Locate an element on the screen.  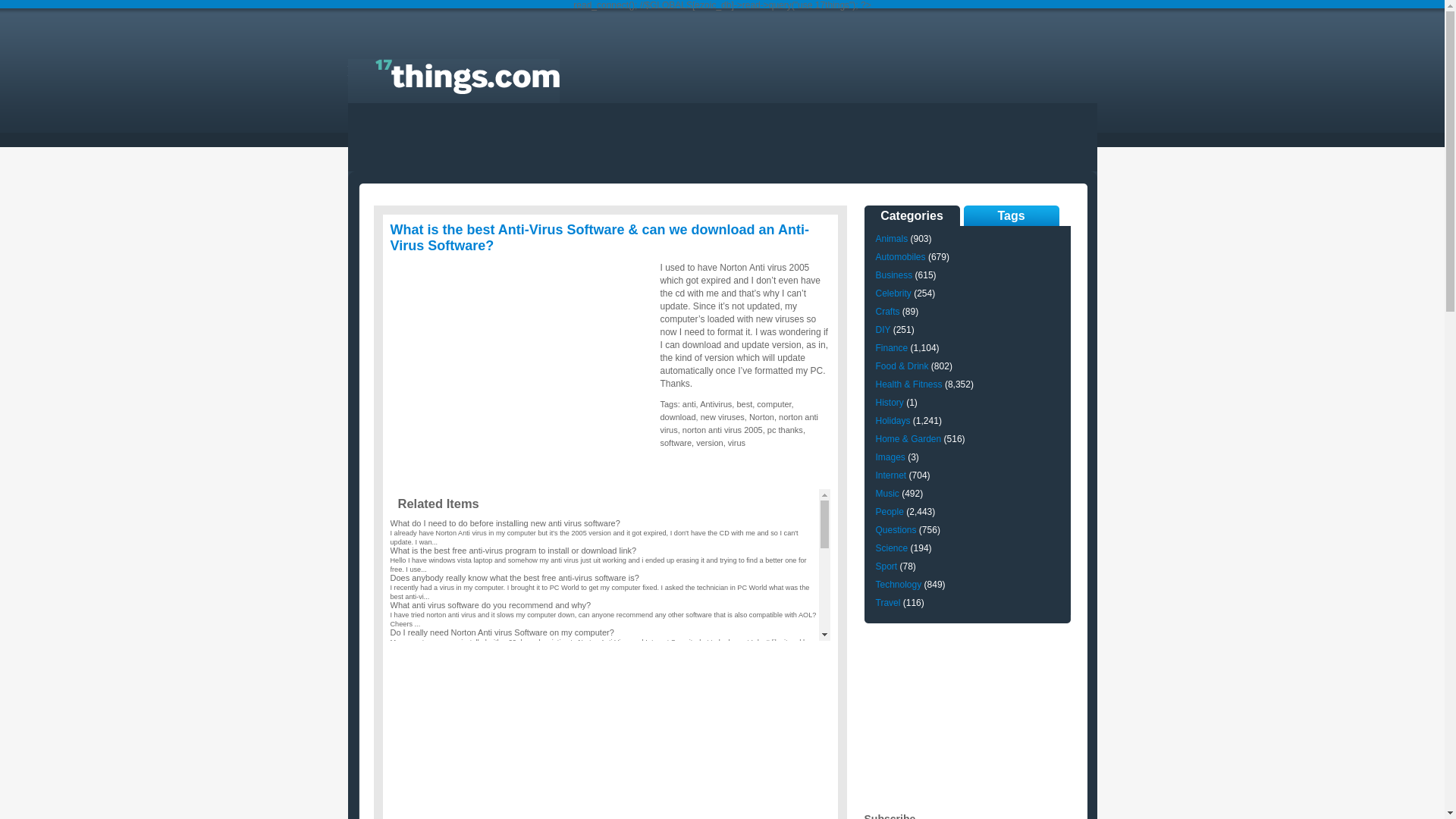
'Antivirus' is located at coordinates (715, 403).